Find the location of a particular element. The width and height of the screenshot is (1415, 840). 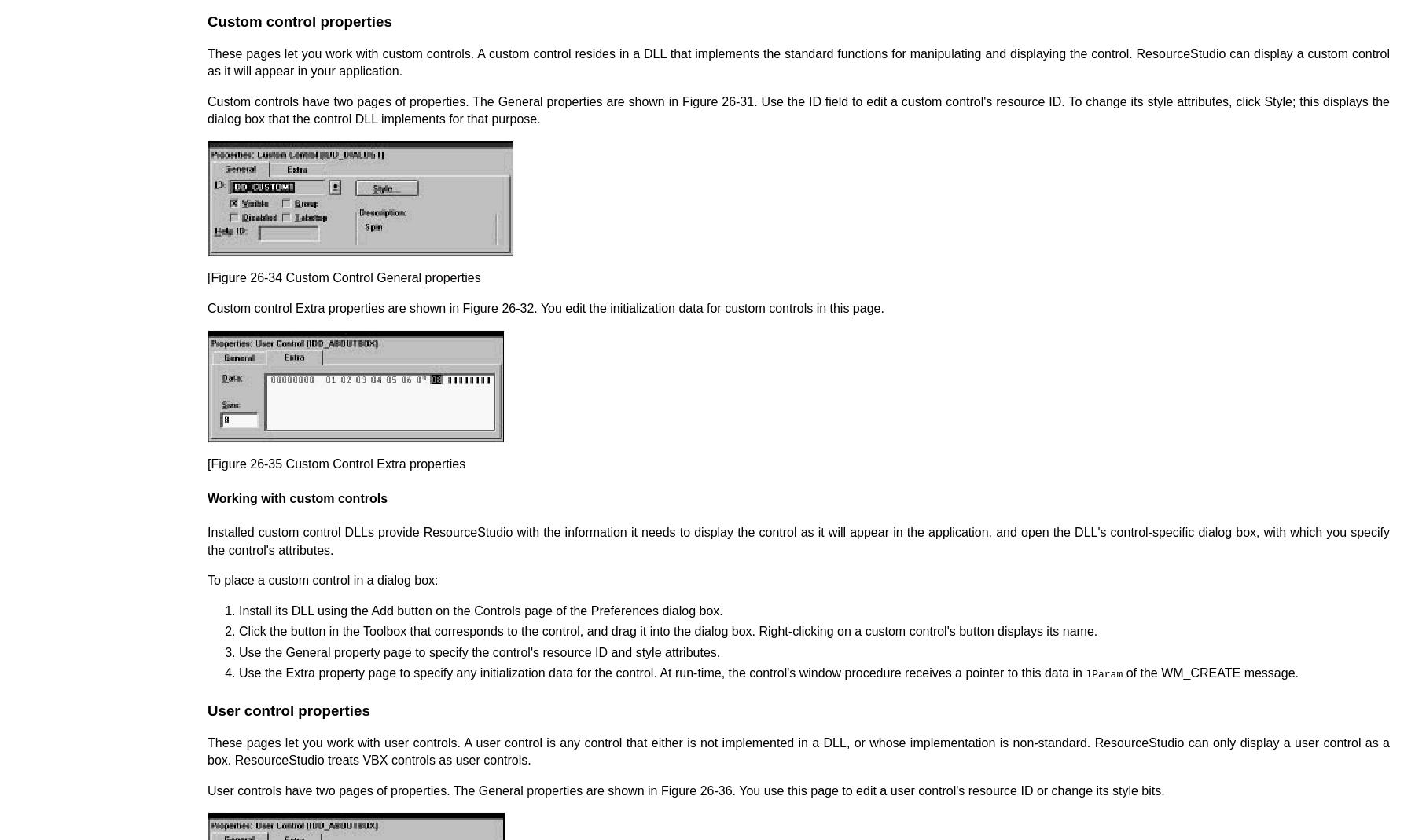

'User control properties' is located at coordinates (289, 709).